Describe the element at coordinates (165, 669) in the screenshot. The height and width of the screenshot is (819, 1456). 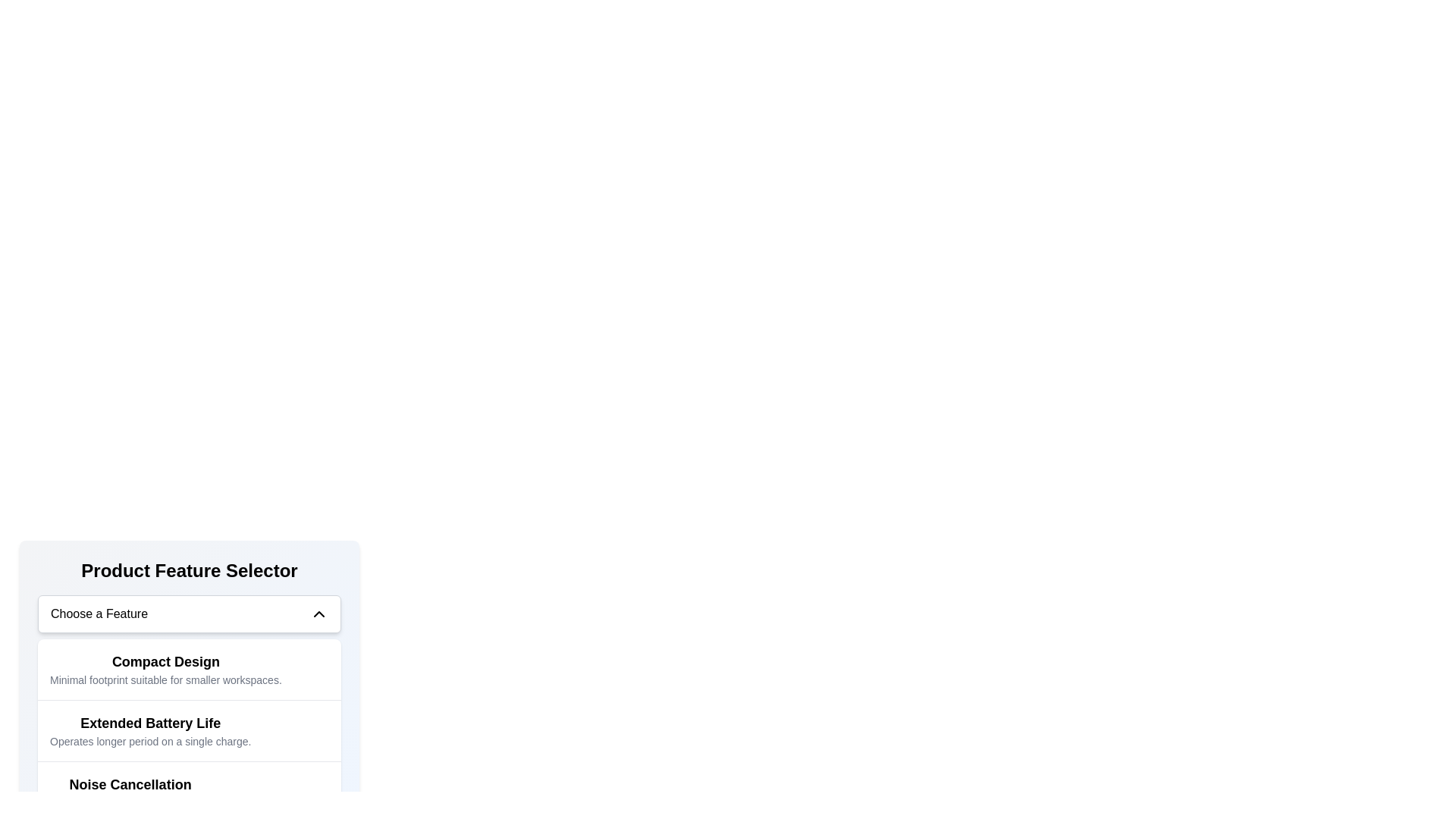
I see `the 'Compact Design' feature description in the feature selection menu` at that location.